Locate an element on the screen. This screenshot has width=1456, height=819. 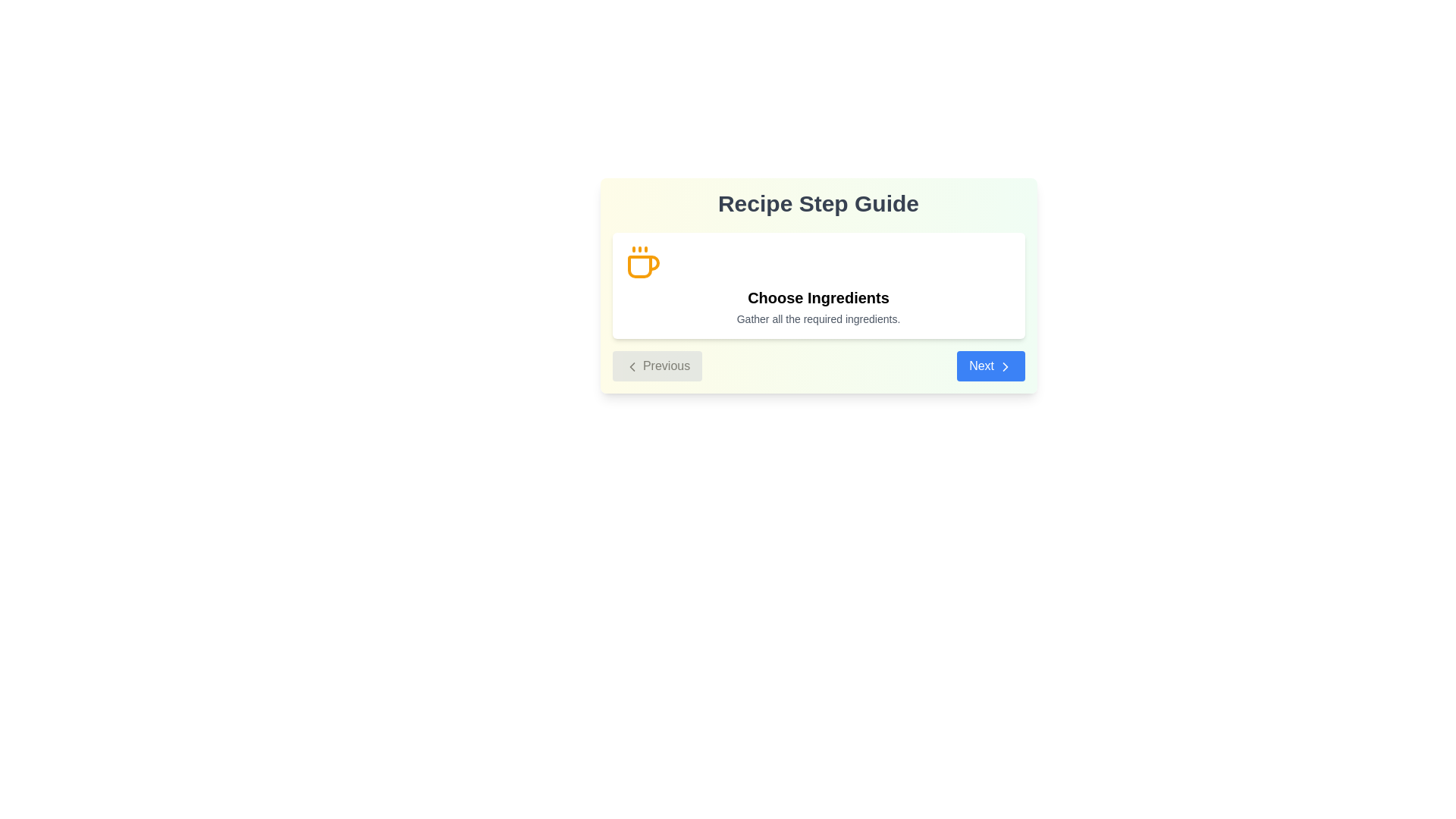
the decorative SVG icon representing the 'Choose Ingredients' step, located in the top-left region of the card is located at coordinates (643, 265).